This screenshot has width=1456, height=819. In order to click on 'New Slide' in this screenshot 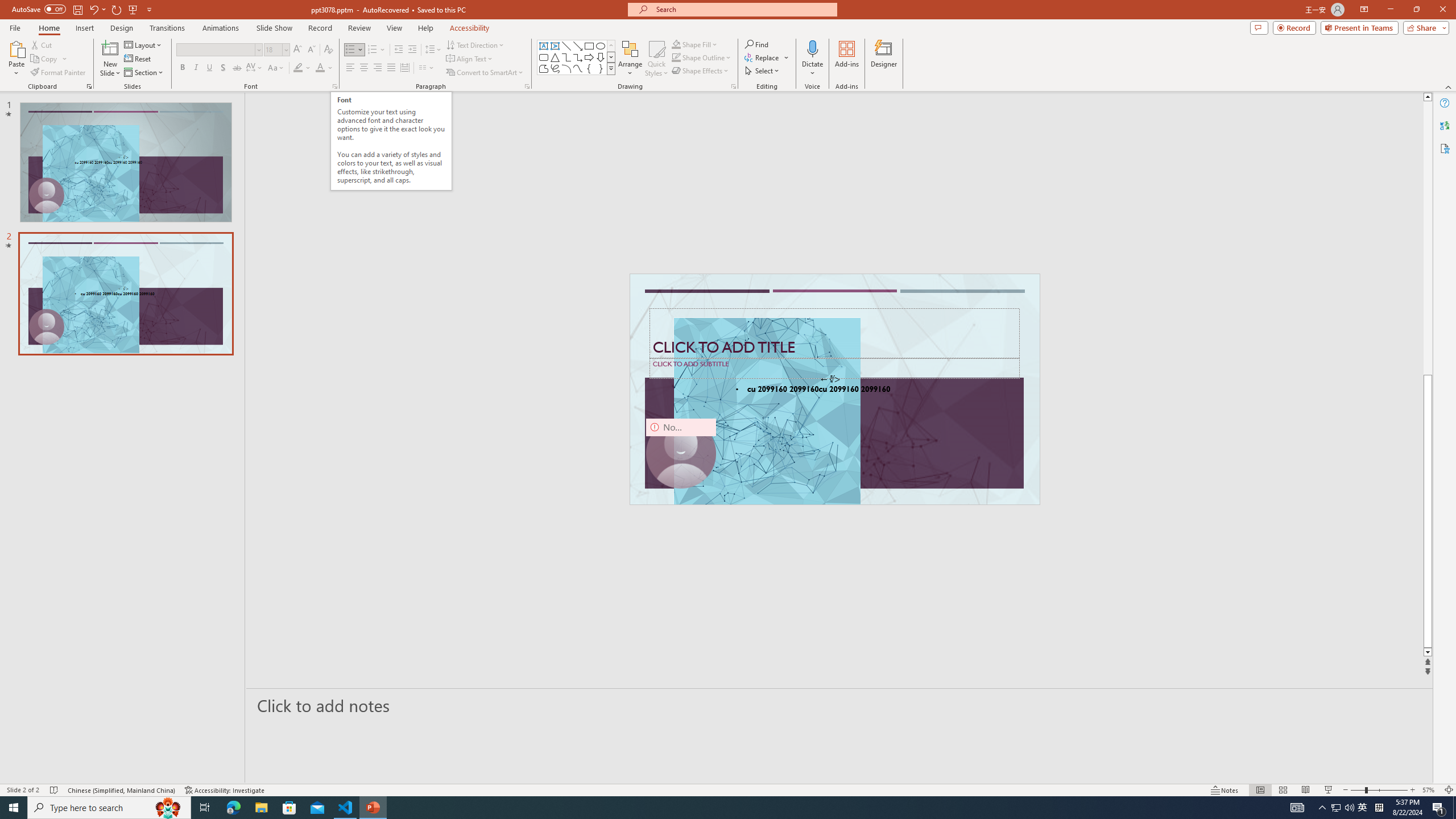, I will do `click(110, 59)`.